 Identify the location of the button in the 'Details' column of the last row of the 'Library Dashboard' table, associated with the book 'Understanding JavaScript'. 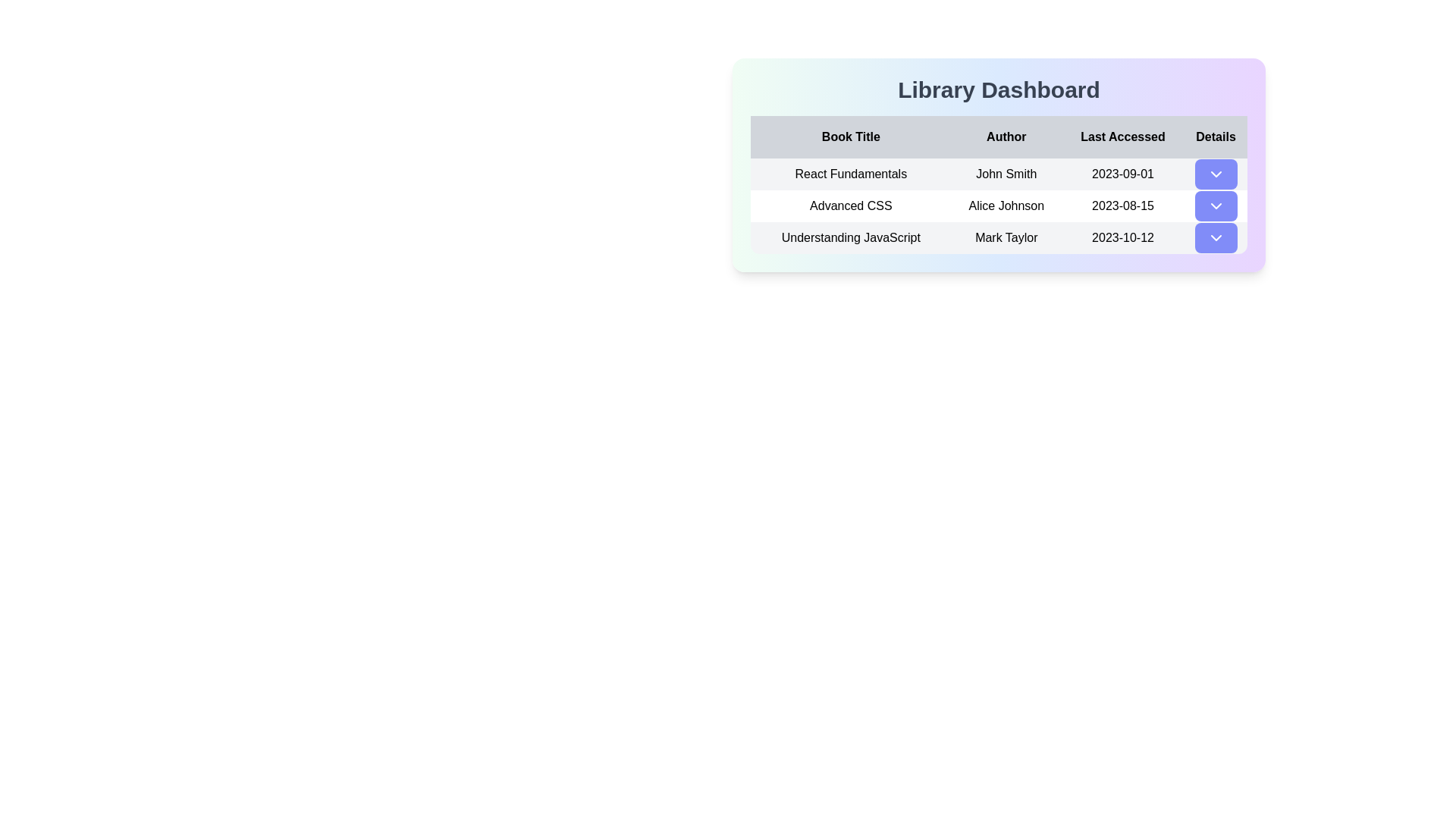
(1216, 237).